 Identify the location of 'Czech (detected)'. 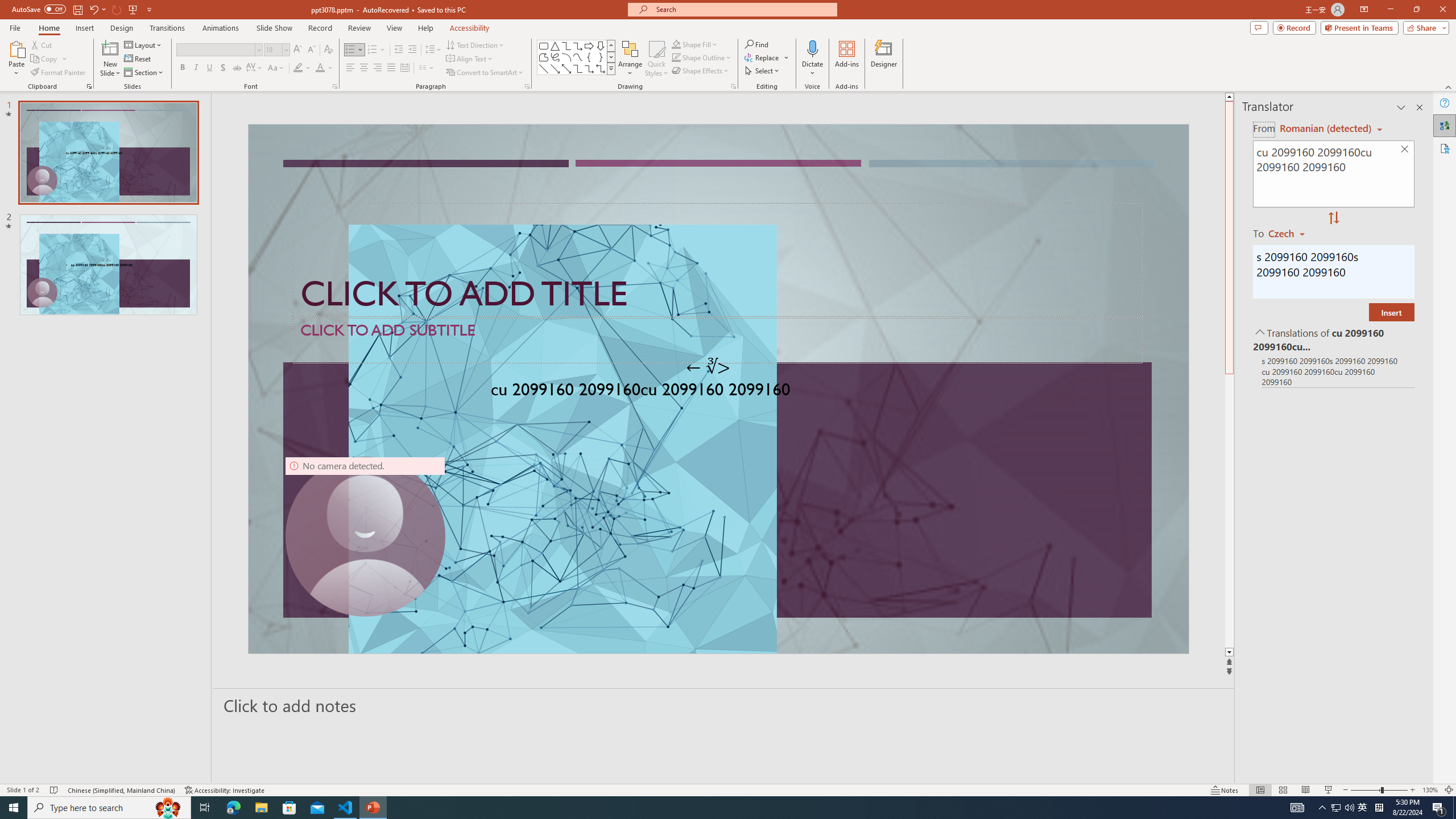
(1323, 128).